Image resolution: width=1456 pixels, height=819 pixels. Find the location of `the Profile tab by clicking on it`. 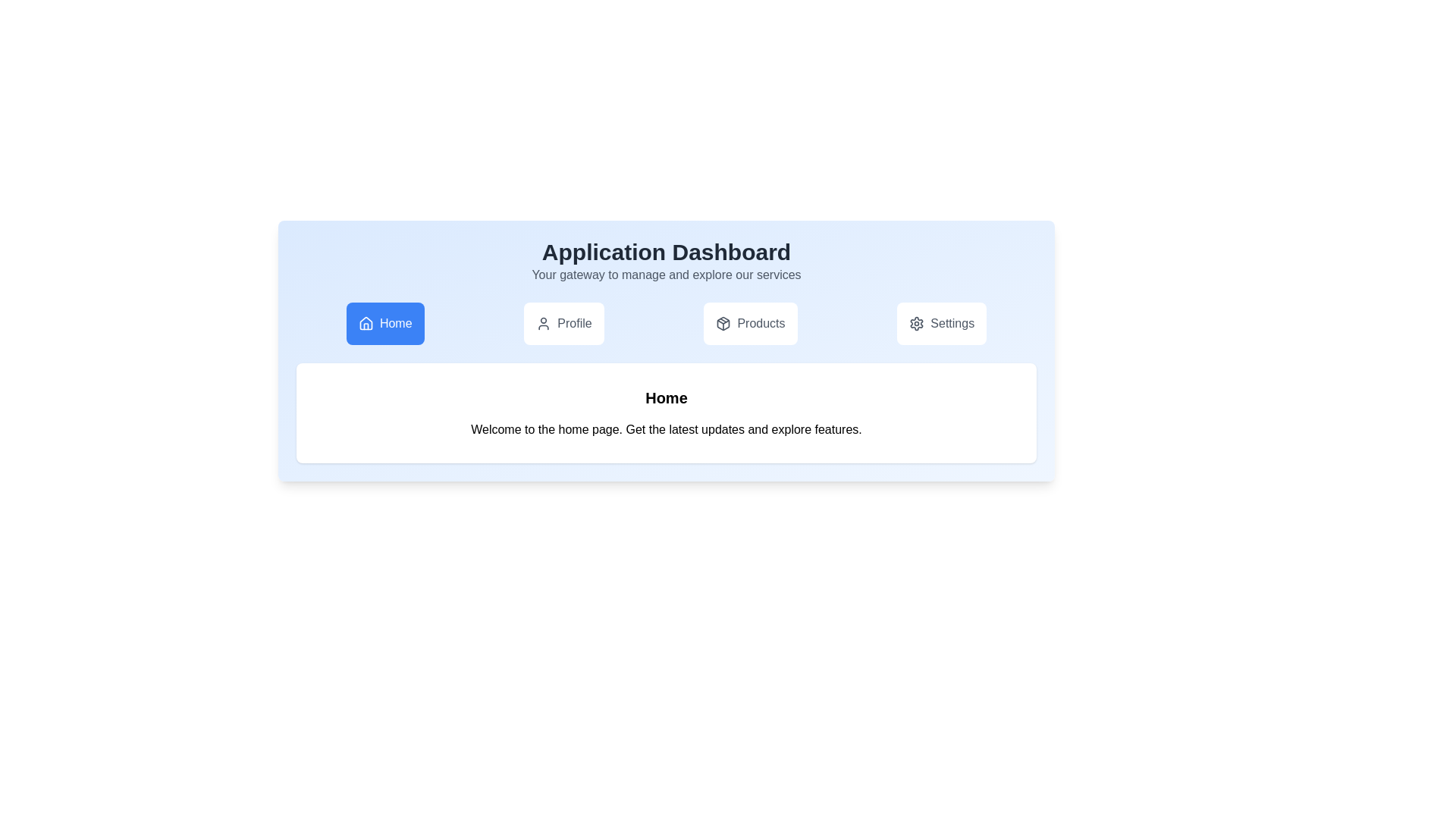

the Profile tab by clicking on it is located at coordinates (563, 323).